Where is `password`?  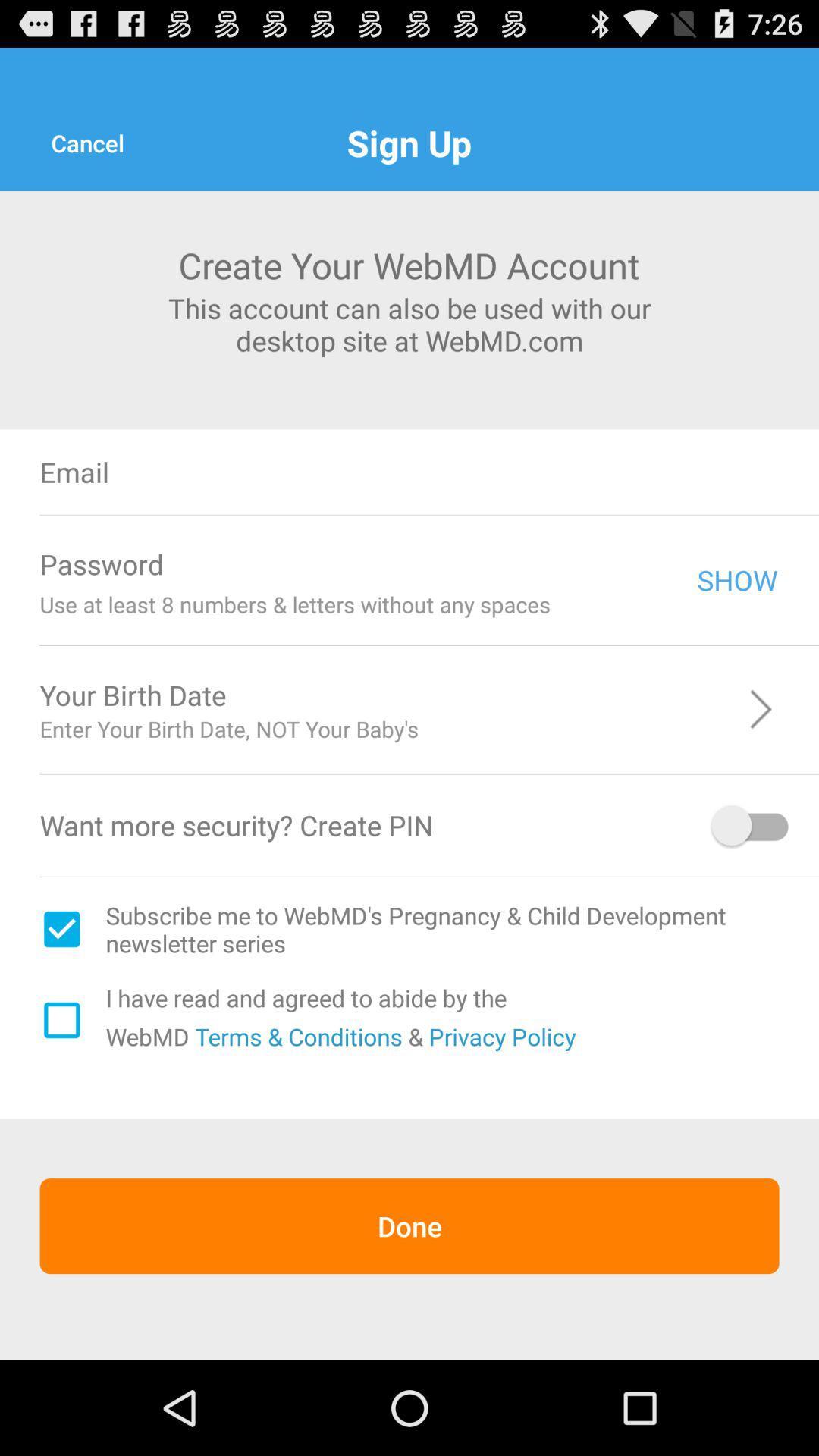 password is located at coordinates (439, 563).